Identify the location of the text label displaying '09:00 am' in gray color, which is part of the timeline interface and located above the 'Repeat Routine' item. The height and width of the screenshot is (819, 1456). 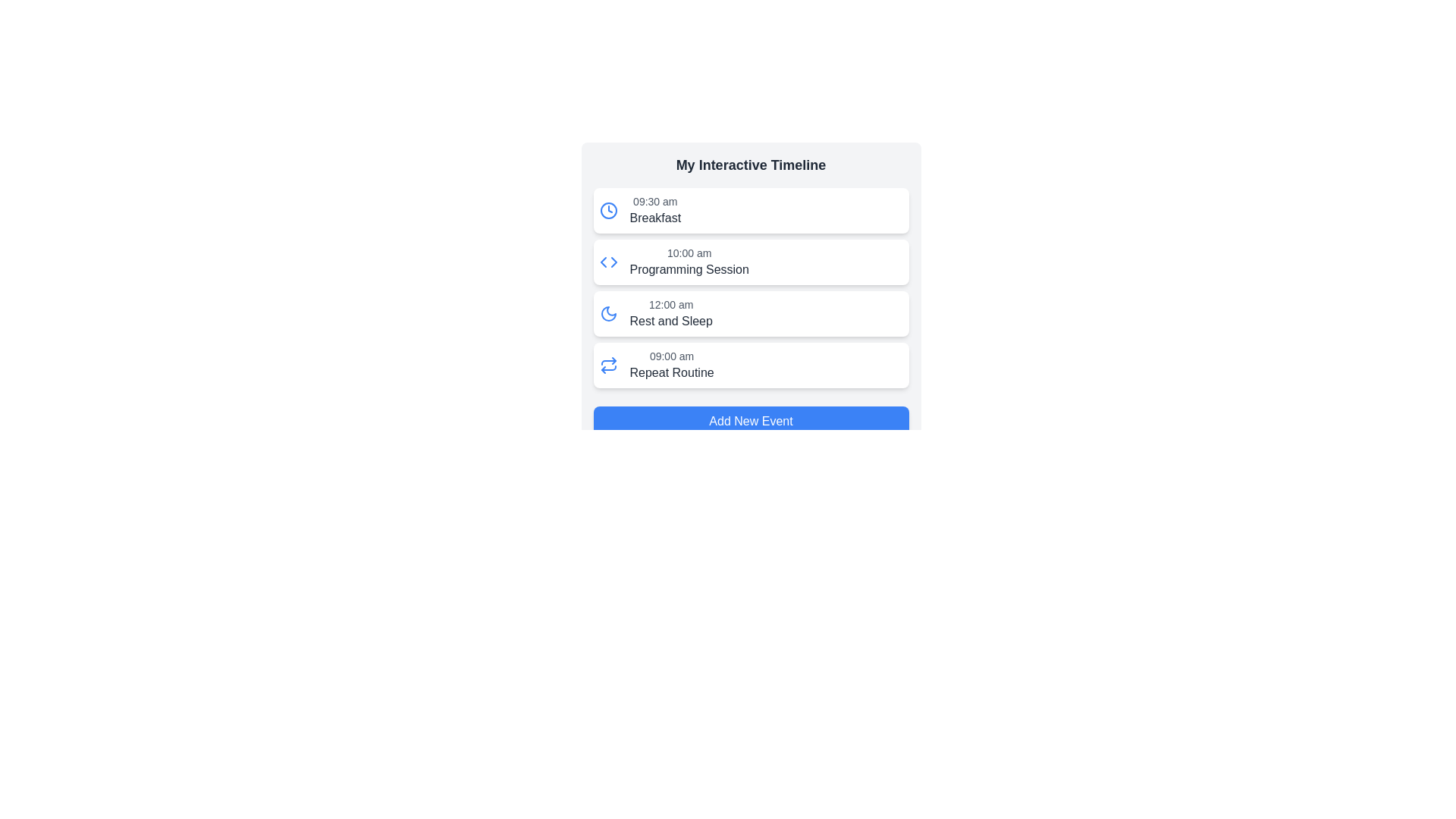
(671, 356).